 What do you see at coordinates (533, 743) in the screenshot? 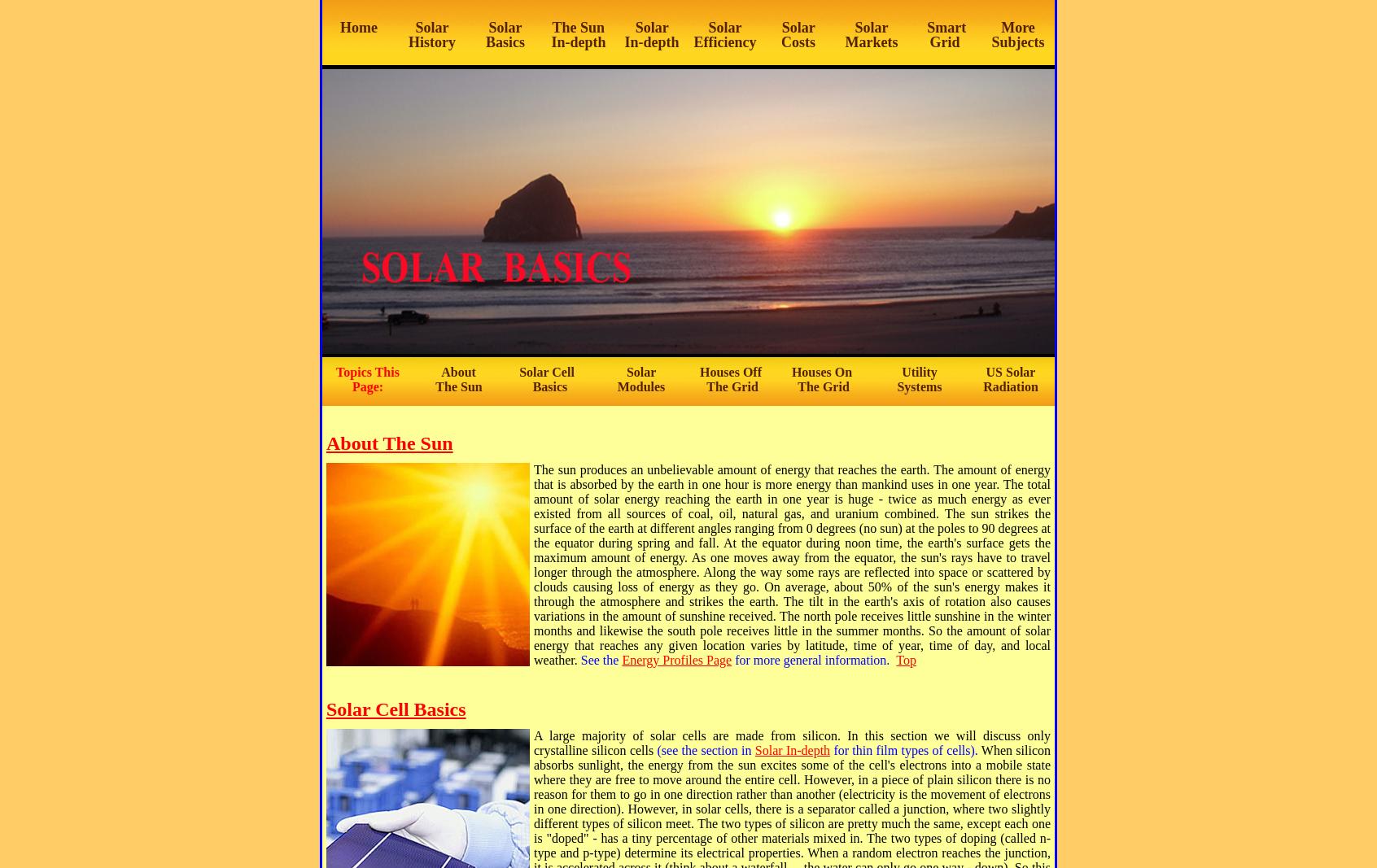
I see `'A  large majority of   solar cells are made from silicon.  In this section we will discuss only crystalline silicon cells'` at bounding box center [533, 743].